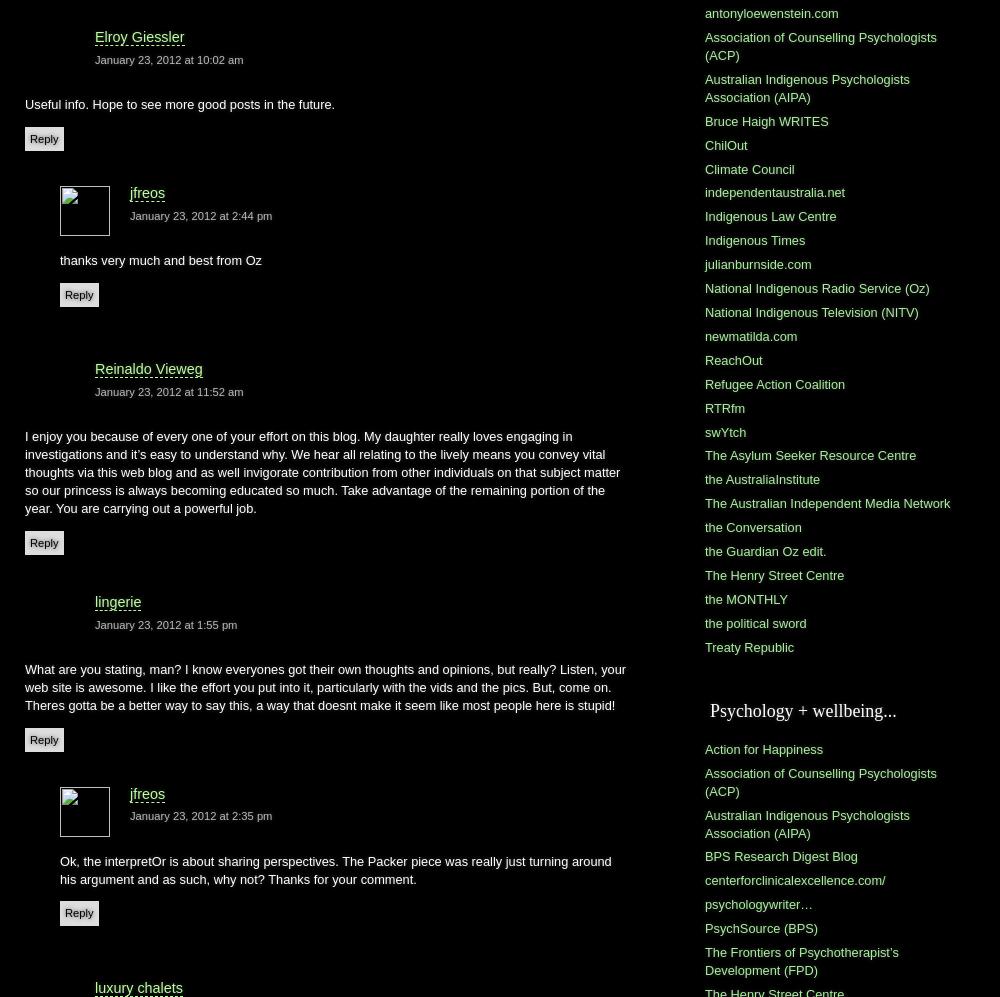 Image resolution: width=1000 pixels, height=997 pixels. Describe the element at coordinates (766, 120) in the screenshot. I see `'Bruce Haigh WRITES'` at that location.